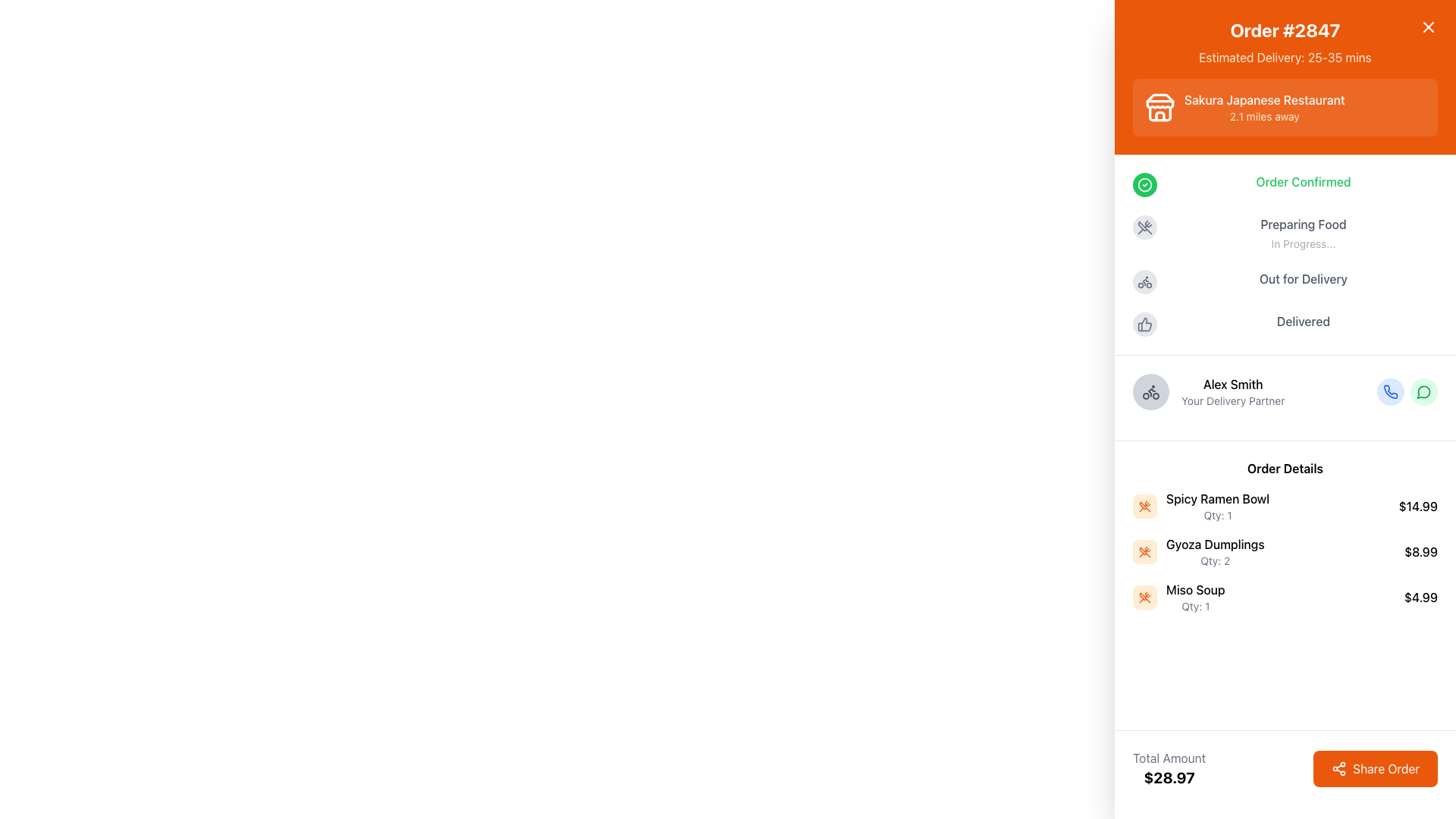 This screenshot has height=819, width=1456. What do you see at coordinates (1169, 769) in the screenshot?
I see `the Informational Text Display that shows 'Total Amount' and the monetary value '$28.97' located in the lower-left section of the interface` at bounding box center [1169, 769].